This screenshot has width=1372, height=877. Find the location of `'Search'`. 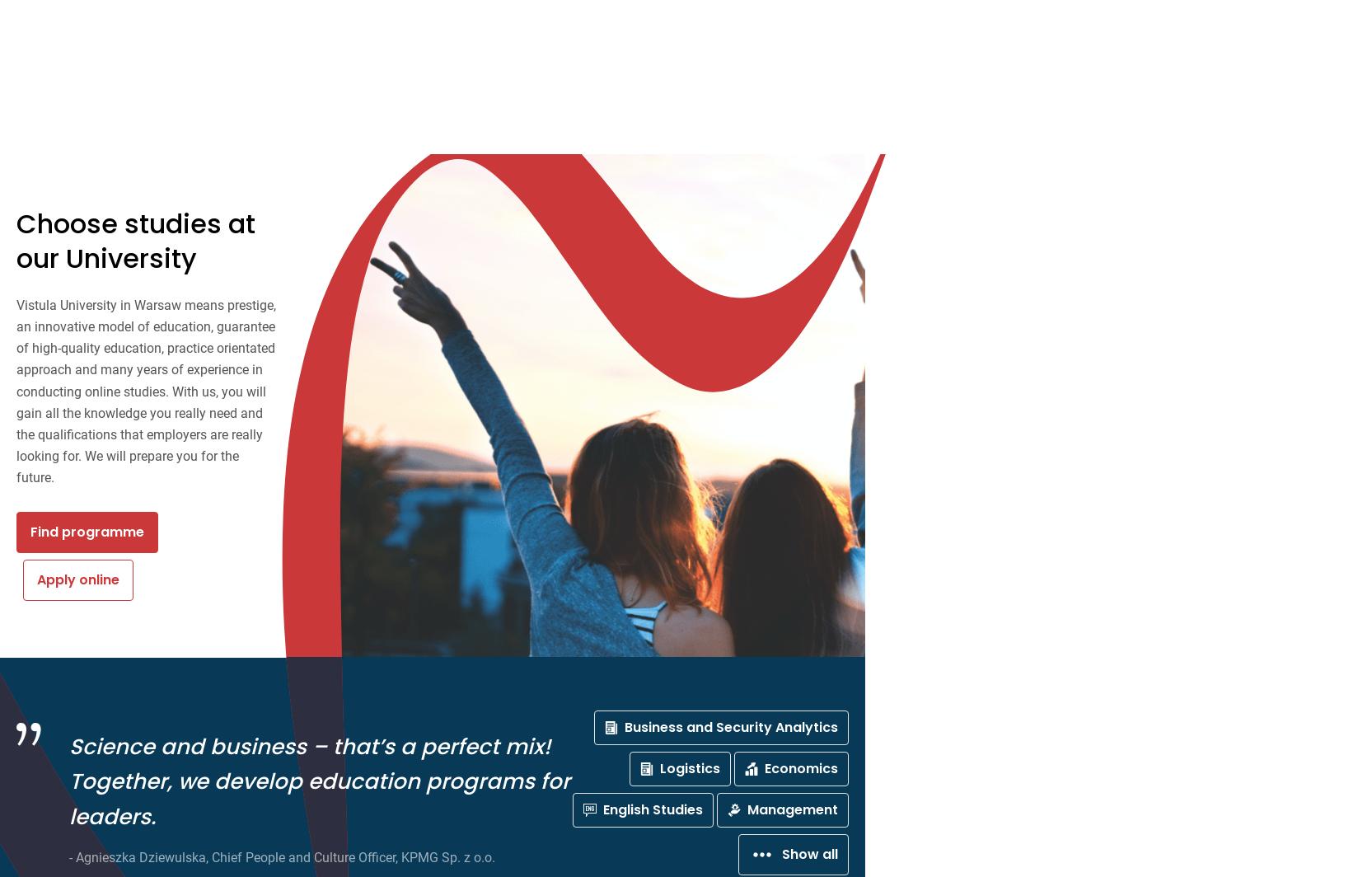

'Search' is located at coordinates (390, 18).